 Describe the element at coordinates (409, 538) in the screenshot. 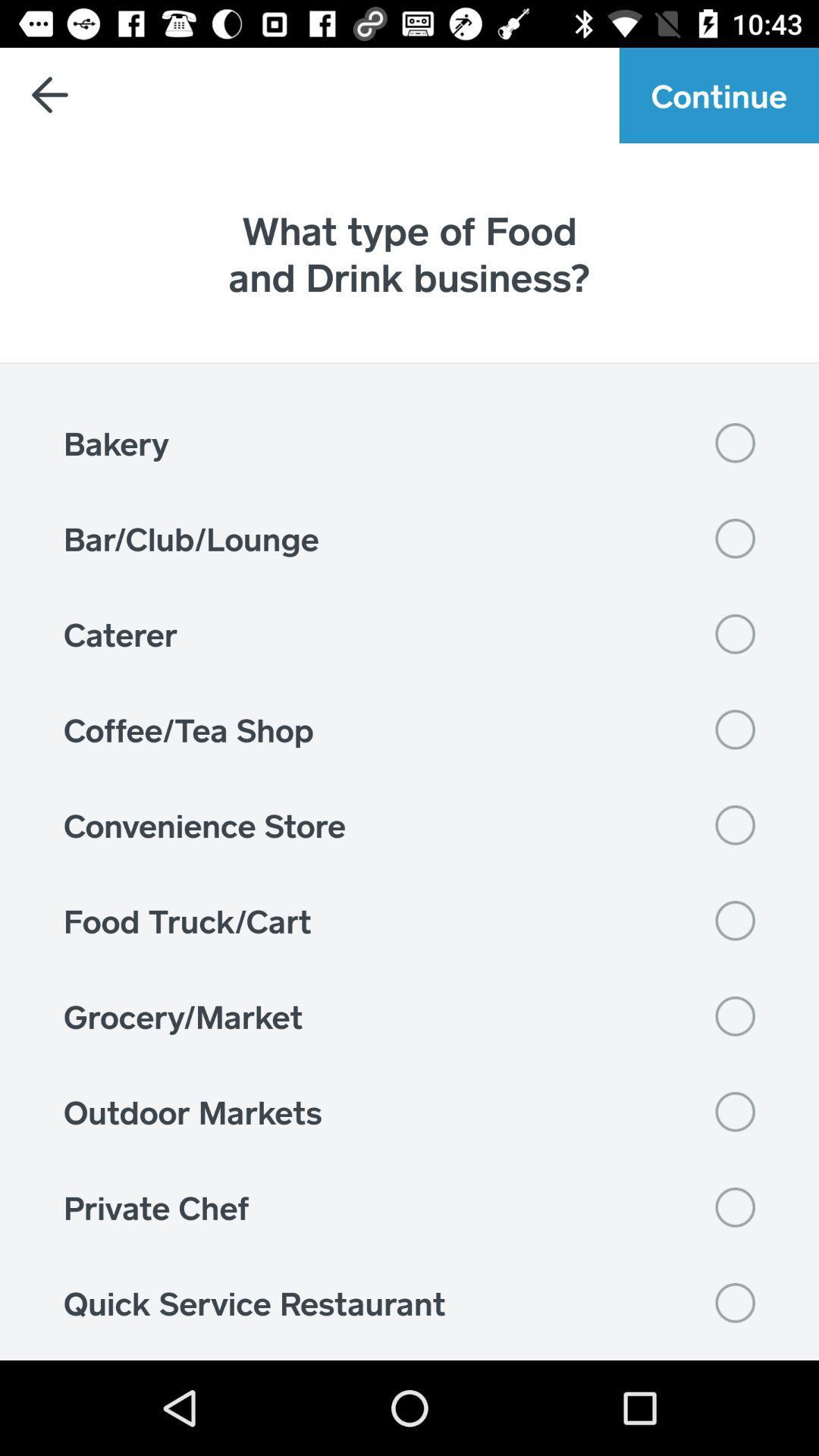

I see `bar/club/lounge icon` at that location.